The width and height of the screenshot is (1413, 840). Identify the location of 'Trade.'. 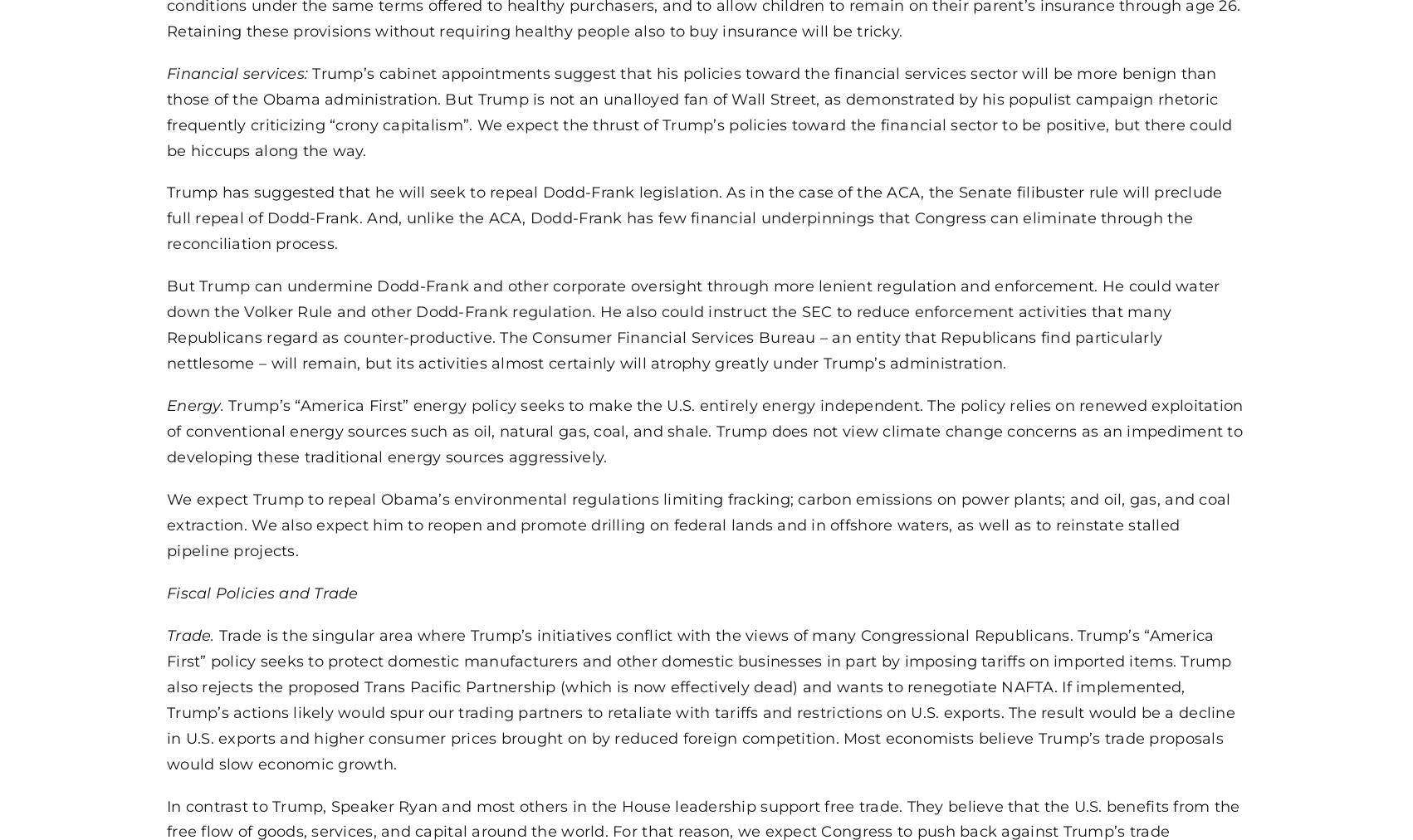
(191, 632).